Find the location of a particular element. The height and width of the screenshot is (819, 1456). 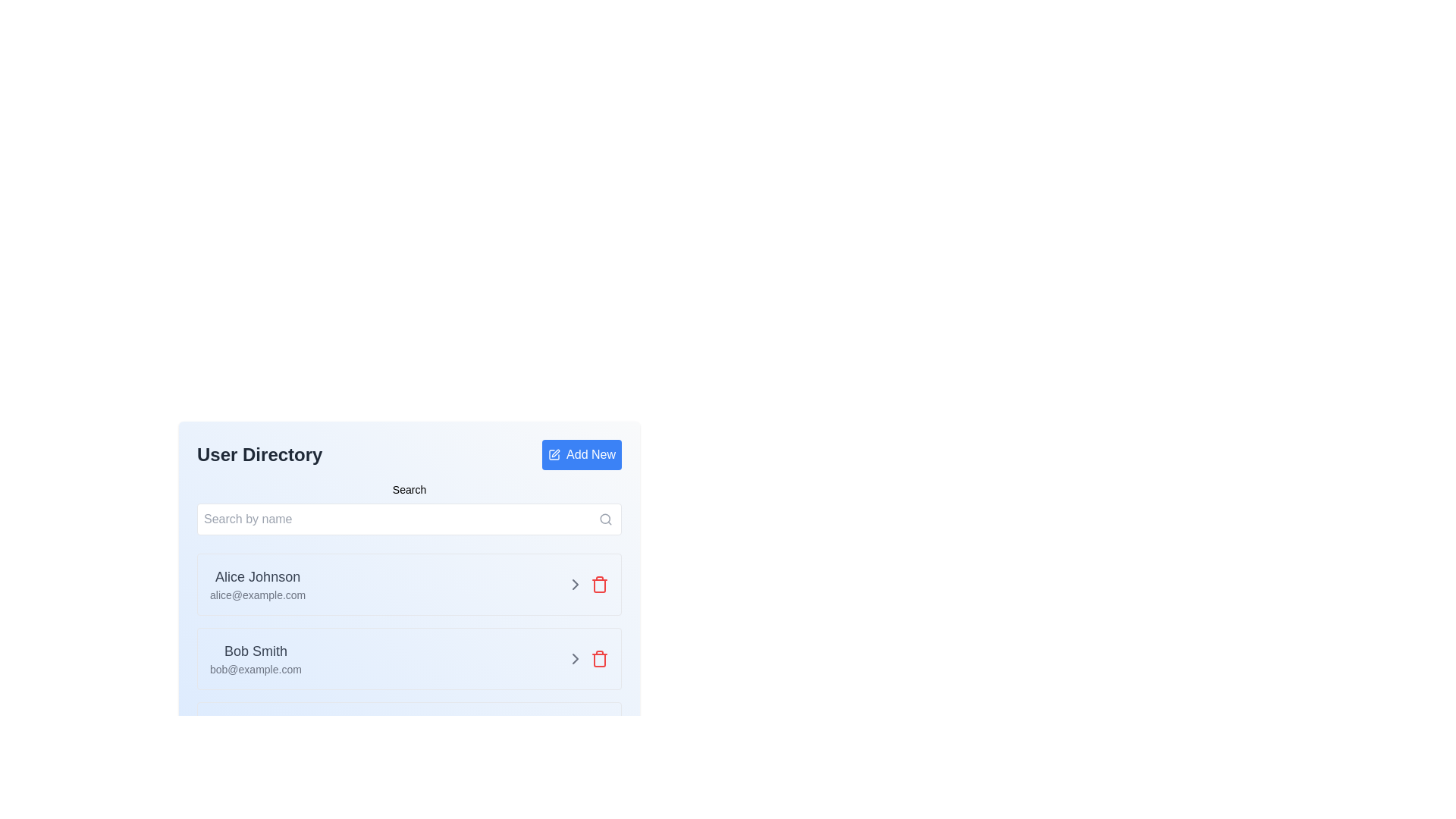

the search icon located at the right end of the search bar, aligned with the placeholder text 'Search by name' is located at coordinates (604, 519).